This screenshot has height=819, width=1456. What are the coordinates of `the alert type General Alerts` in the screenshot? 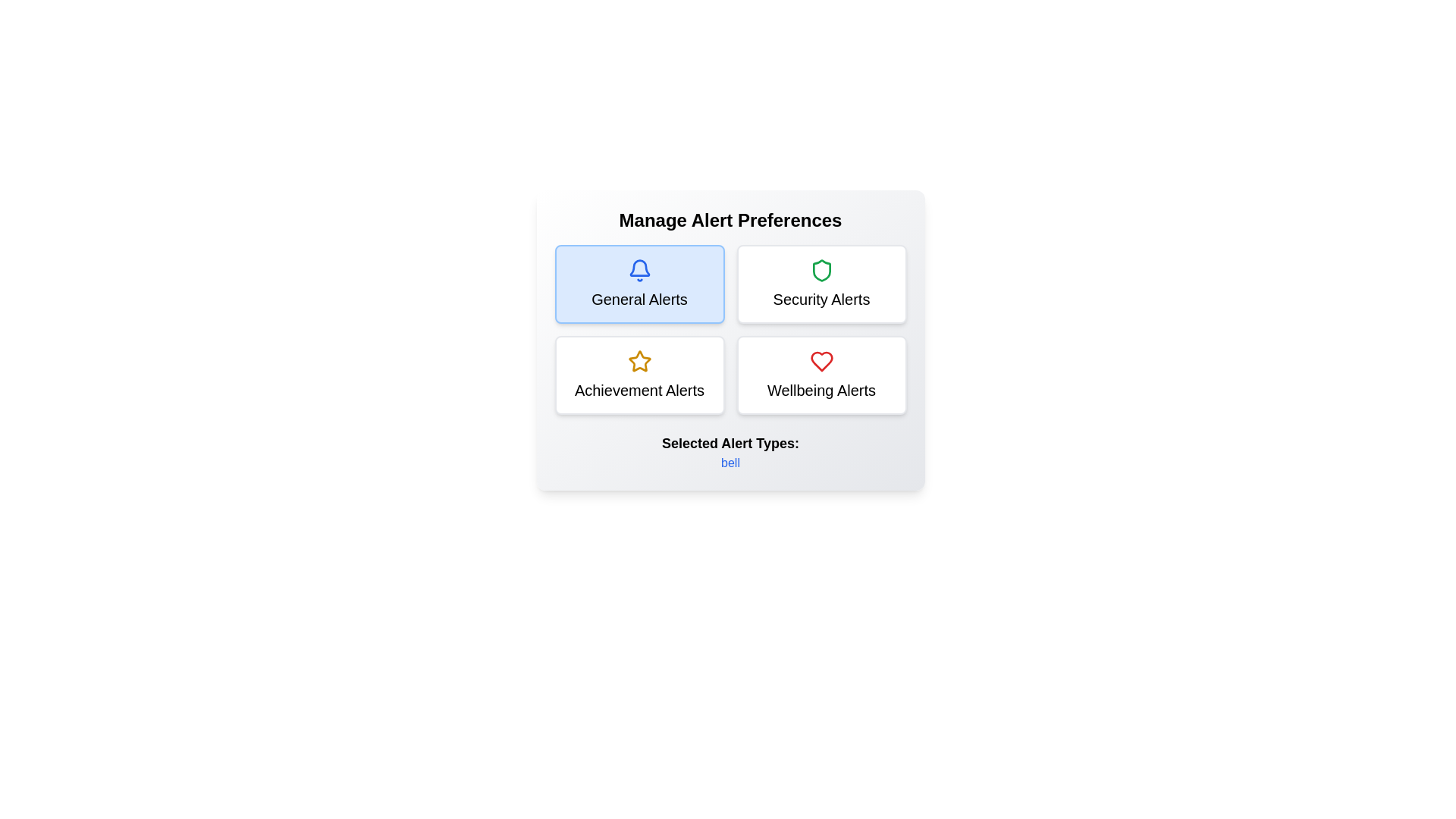 It's located at (639, 284).